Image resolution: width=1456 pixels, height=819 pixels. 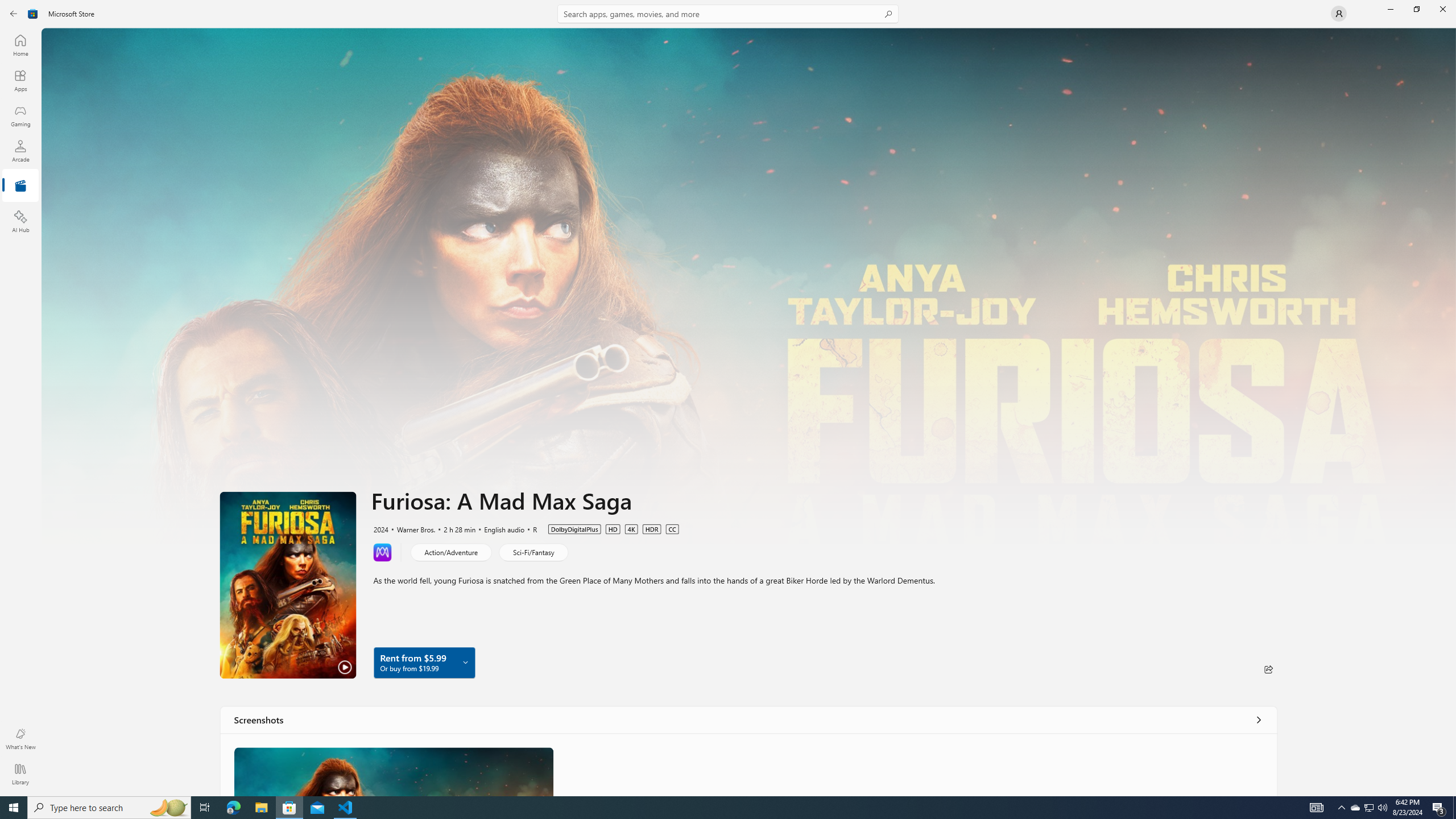 What do you see at coordinates (382, 551) in the screenshot?
I see `'Learn more about Movies Anywhere'` at bounding box center [382, 551].